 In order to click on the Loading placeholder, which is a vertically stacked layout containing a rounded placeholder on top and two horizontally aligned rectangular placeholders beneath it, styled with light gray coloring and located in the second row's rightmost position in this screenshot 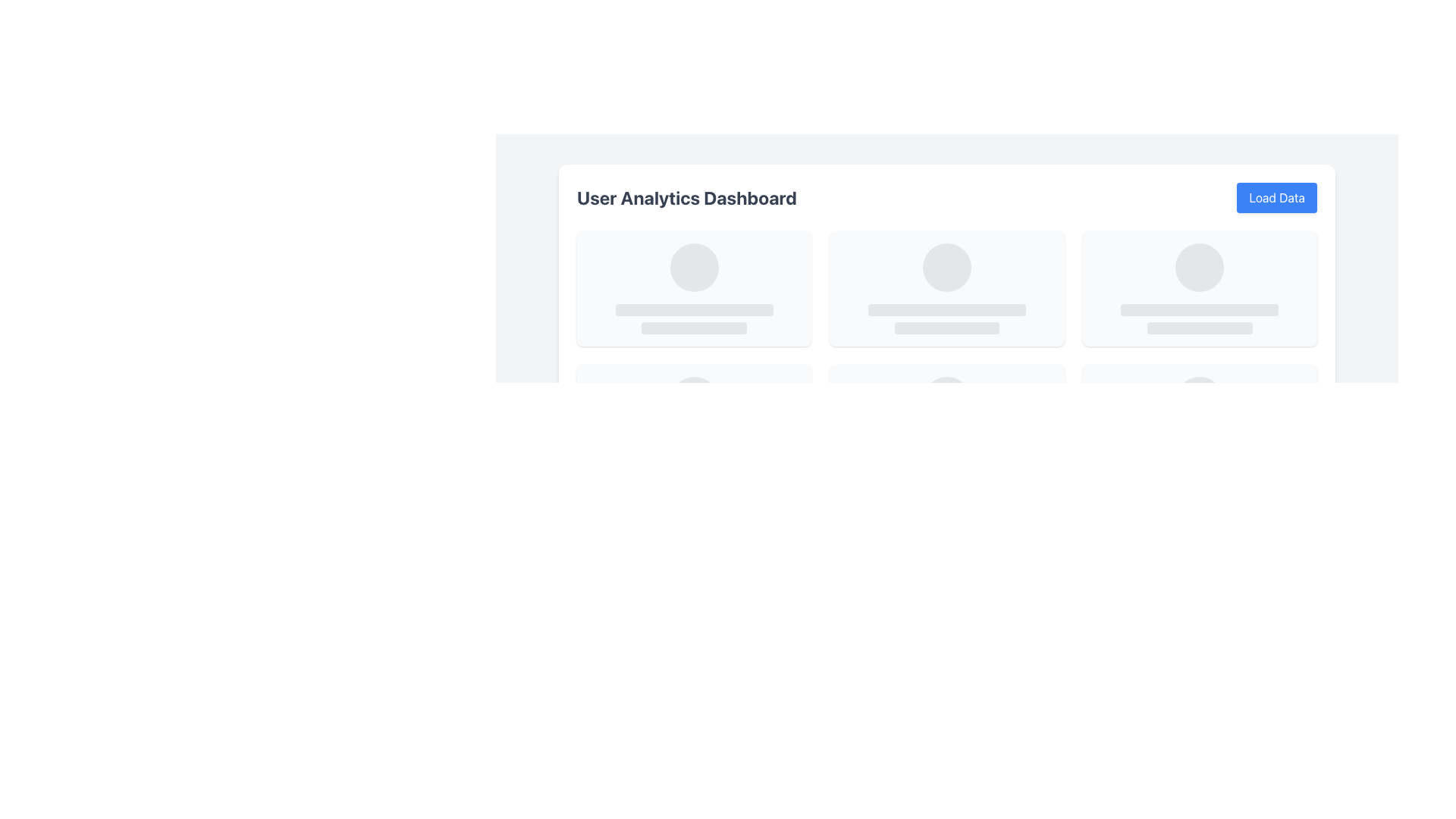, I will do `click(1199, 289)`.